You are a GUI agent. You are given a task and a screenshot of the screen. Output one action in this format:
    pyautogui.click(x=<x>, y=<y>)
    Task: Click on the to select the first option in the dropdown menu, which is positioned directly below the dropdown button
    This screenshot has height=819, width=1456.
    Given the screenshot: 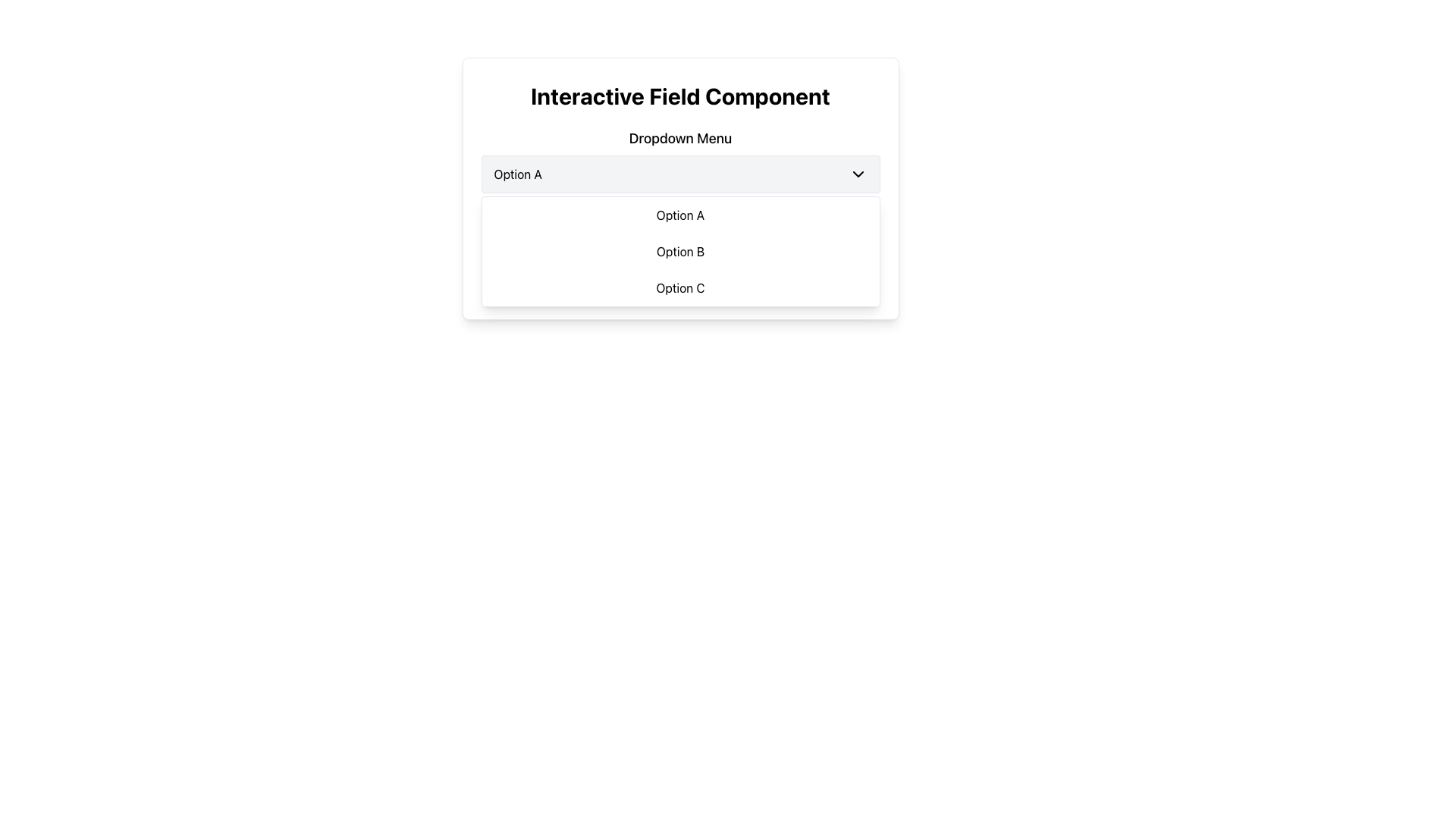 What is the action you would take?
    pyautogui.click(x=679, y=220)
    